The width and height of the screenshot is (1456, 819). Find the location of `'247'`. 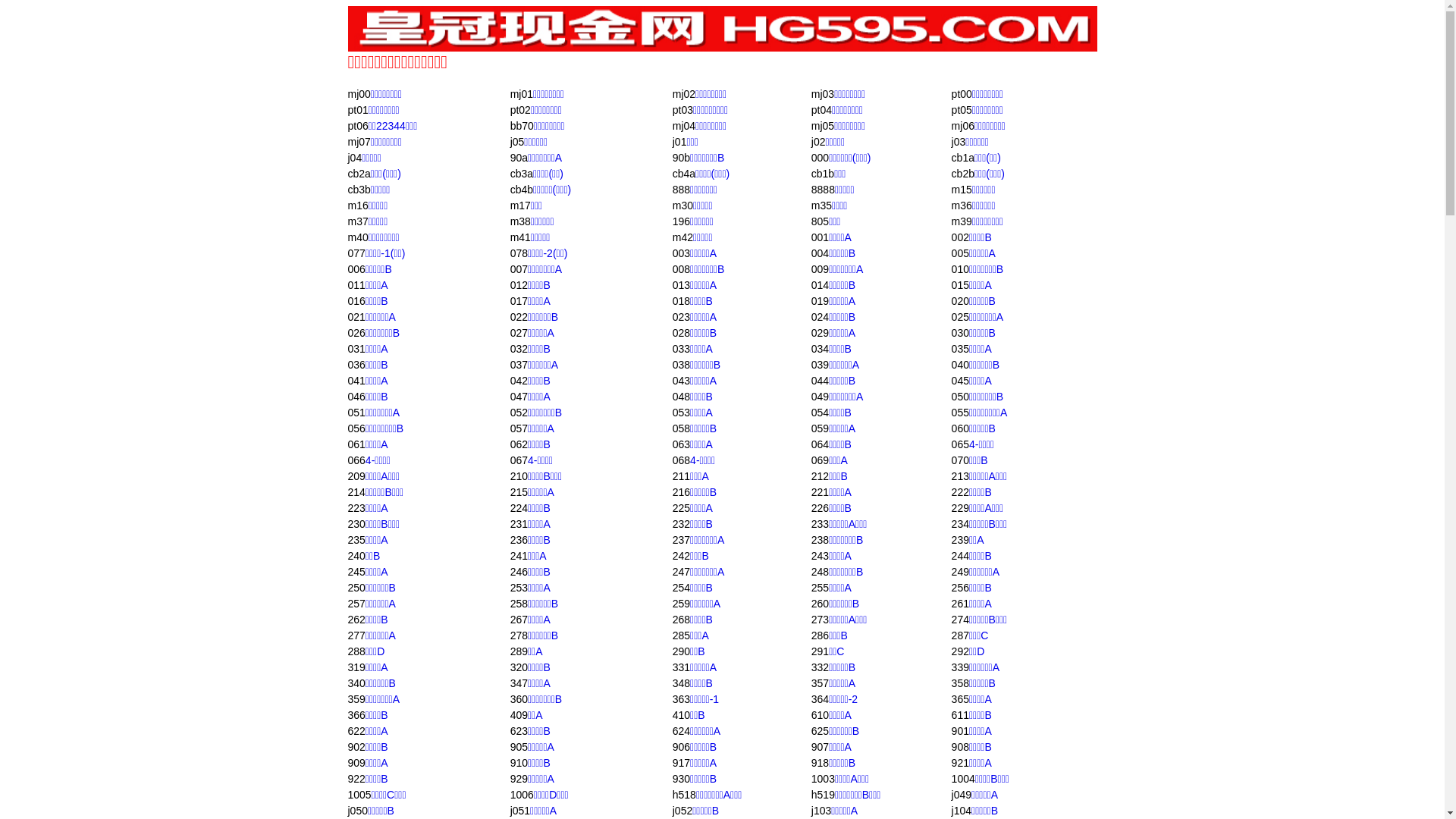

'247' is located at coordinates (680, 571).